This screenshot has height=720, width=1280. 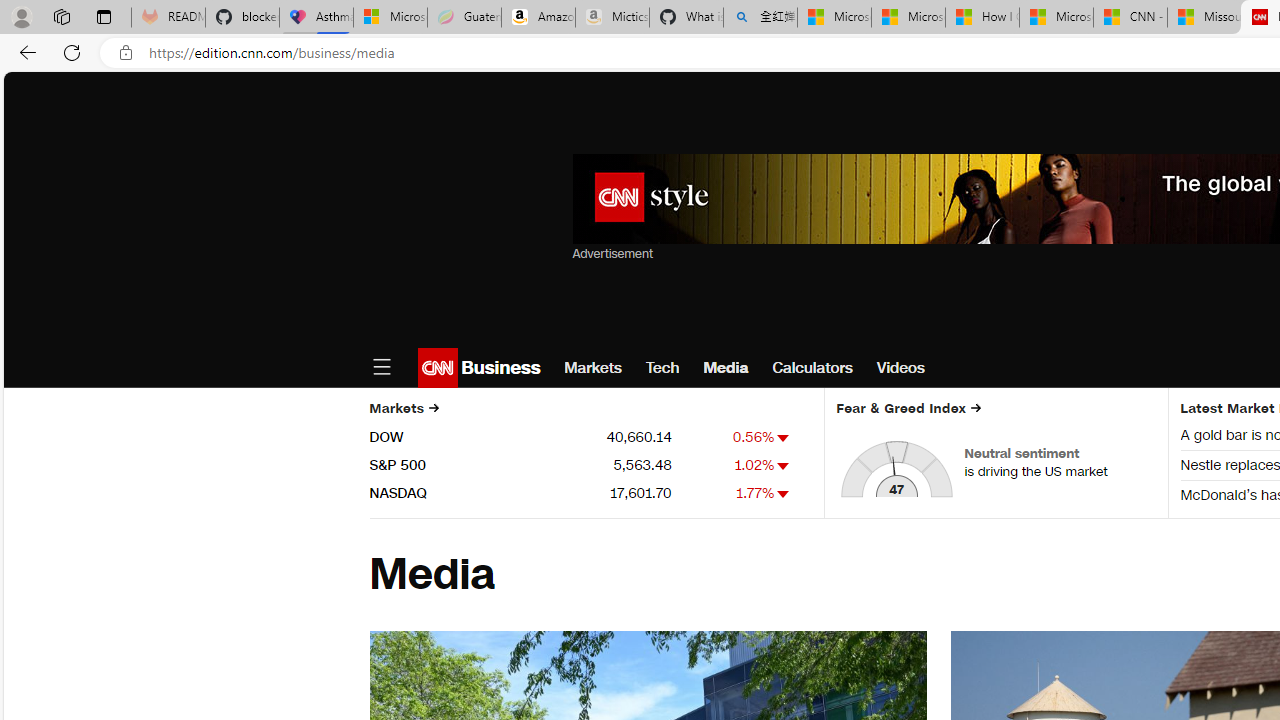 What do you see at coordinates (975, 407) in the screenshot?
I see `'Class: right-arrow'` at bounding box center [975, 407].